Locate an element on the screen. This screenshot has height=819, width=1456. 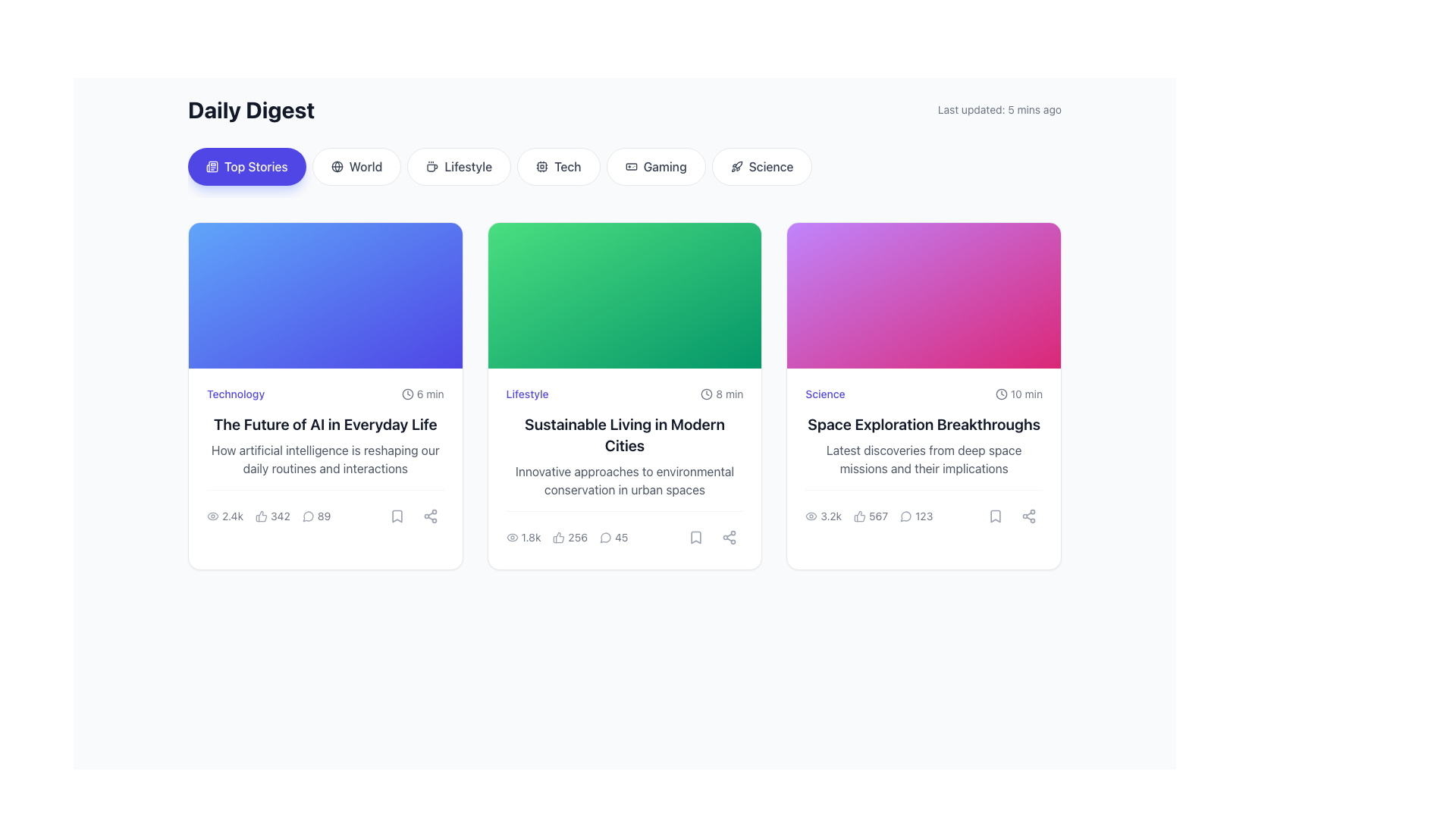
the speech bubble icon representing the comment count located to the left of the text '89' at the bottom of the first article card is located at coordinates (307, 516).